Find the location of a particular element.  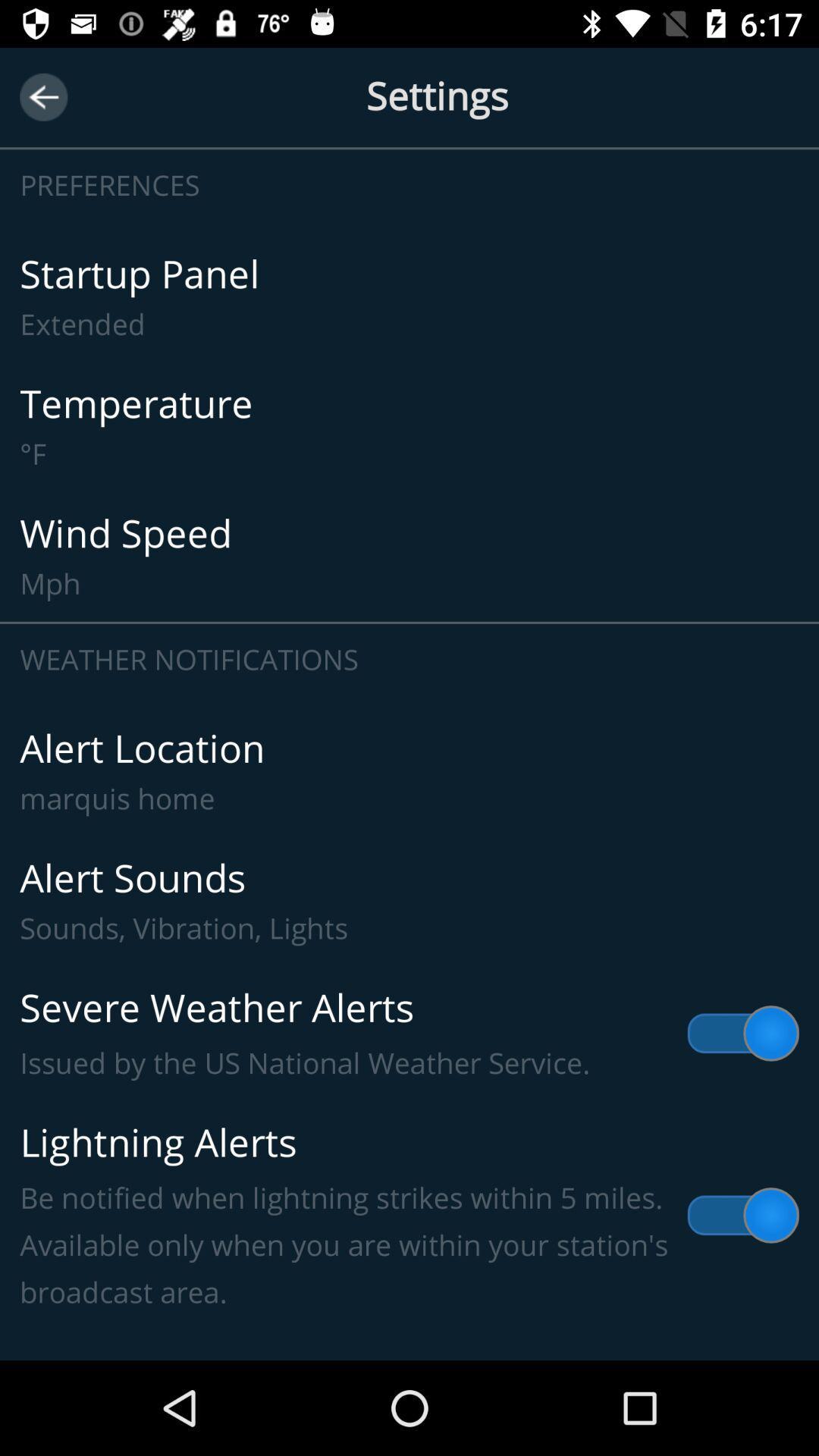

the arrow_backward icon is located at coordinates (42, 96).